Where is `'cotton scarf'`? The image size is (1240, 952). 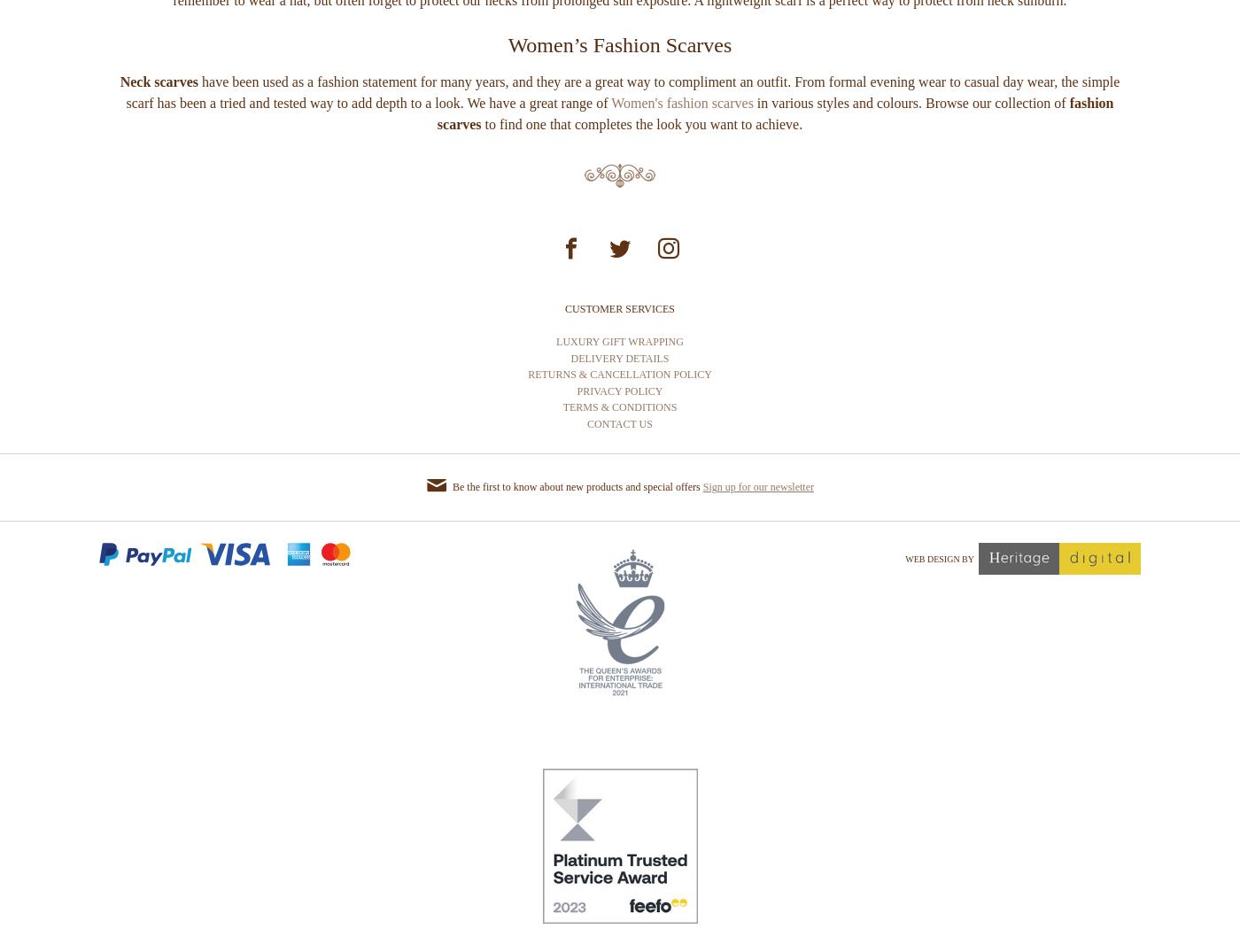 'cotton scarf' is located at coordinates (831, 23).